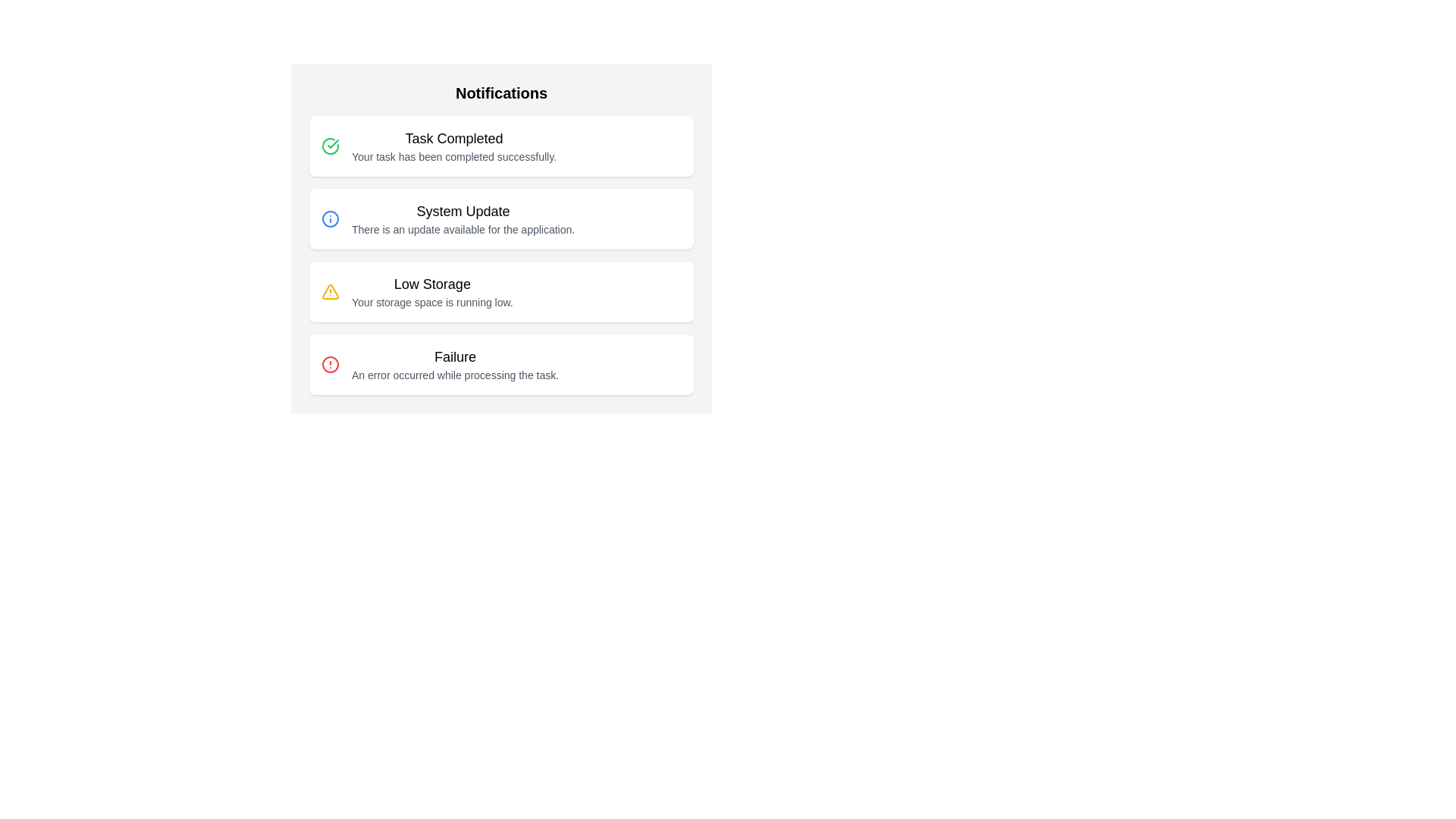 The height and width of the screenshot is (819, 1456). I want to click on the warning icon located to the left of the 'Low Storage' title and its descriptive text within the notification card, so click(330, 292).